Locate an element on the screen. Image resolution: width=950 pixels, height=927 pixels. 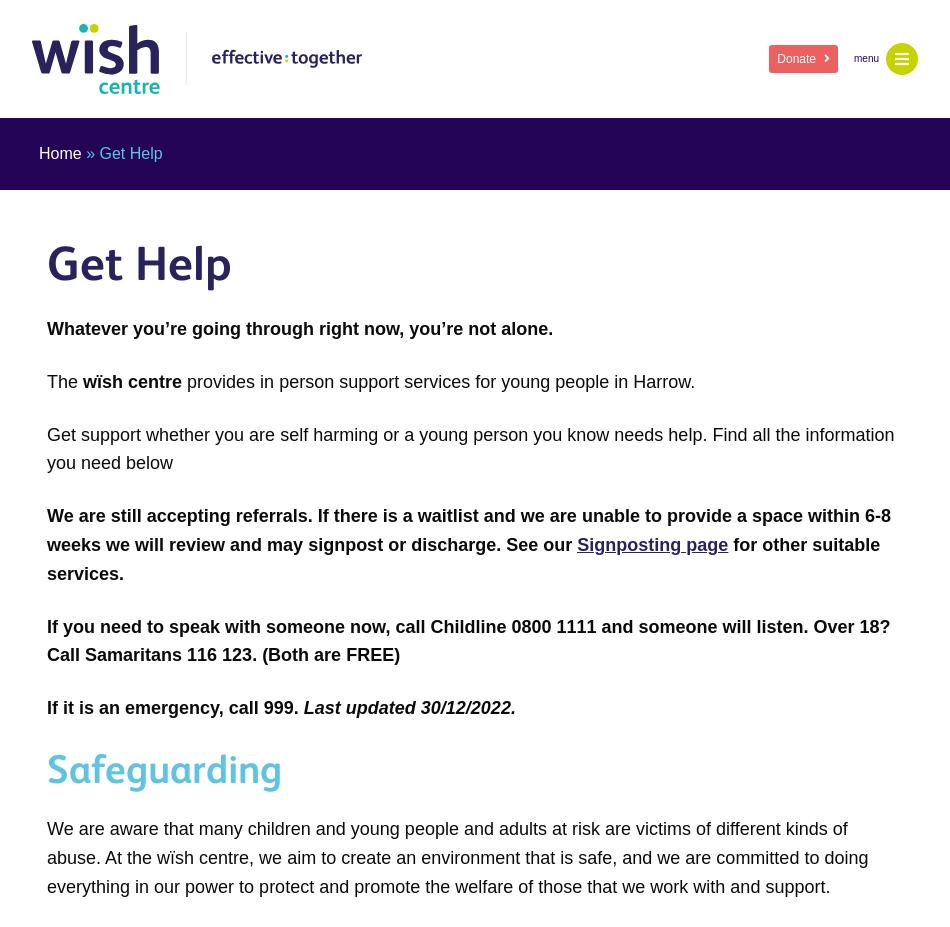
'and someone will listen. Over 18? Call Samaritans 116 123. (Both are FREE)' is located at coordinates (47, 639).